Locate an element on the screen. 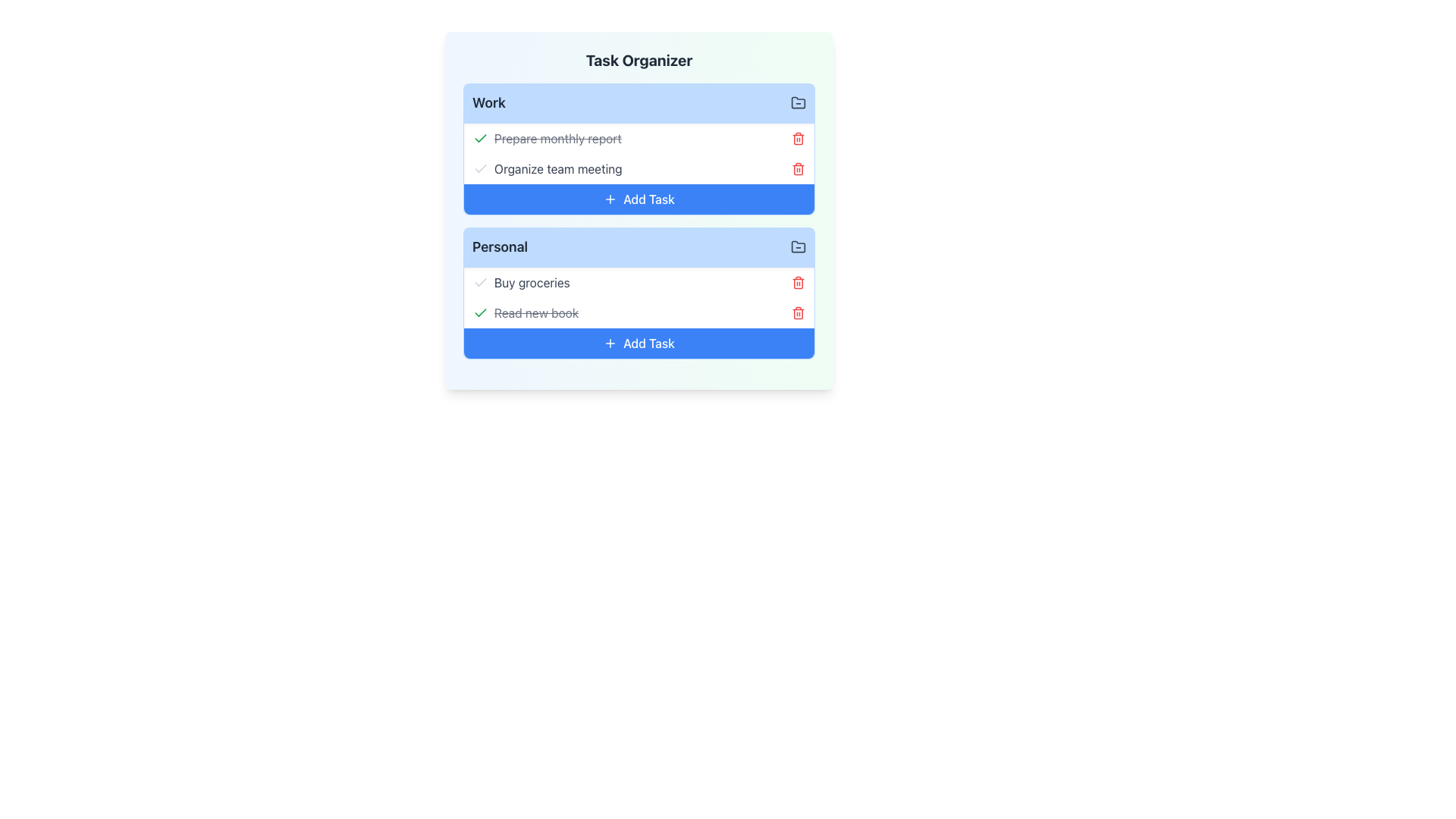 Image resolution: width=1456 pixels, height=819 pixels. the button located at the bottom of the 'Personal' section in the task organizer is located at coordinates (639, 343).